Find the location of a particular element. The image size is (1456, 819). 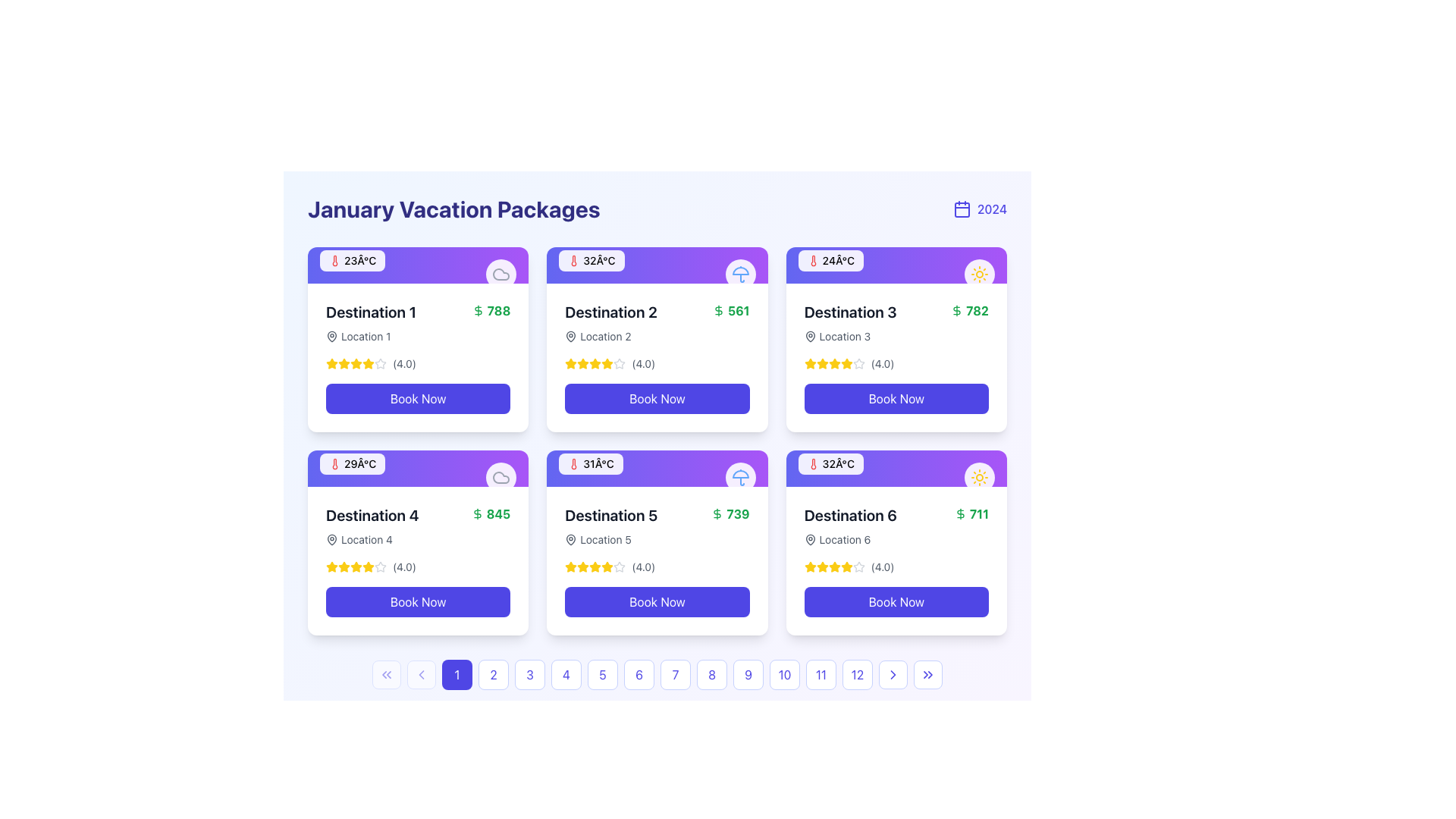

the 'Location 6' text and pin icon, which is part of the 'Destination 6' card in the bottom-right corner of the six-card grid is located at coordinates (850, 539).